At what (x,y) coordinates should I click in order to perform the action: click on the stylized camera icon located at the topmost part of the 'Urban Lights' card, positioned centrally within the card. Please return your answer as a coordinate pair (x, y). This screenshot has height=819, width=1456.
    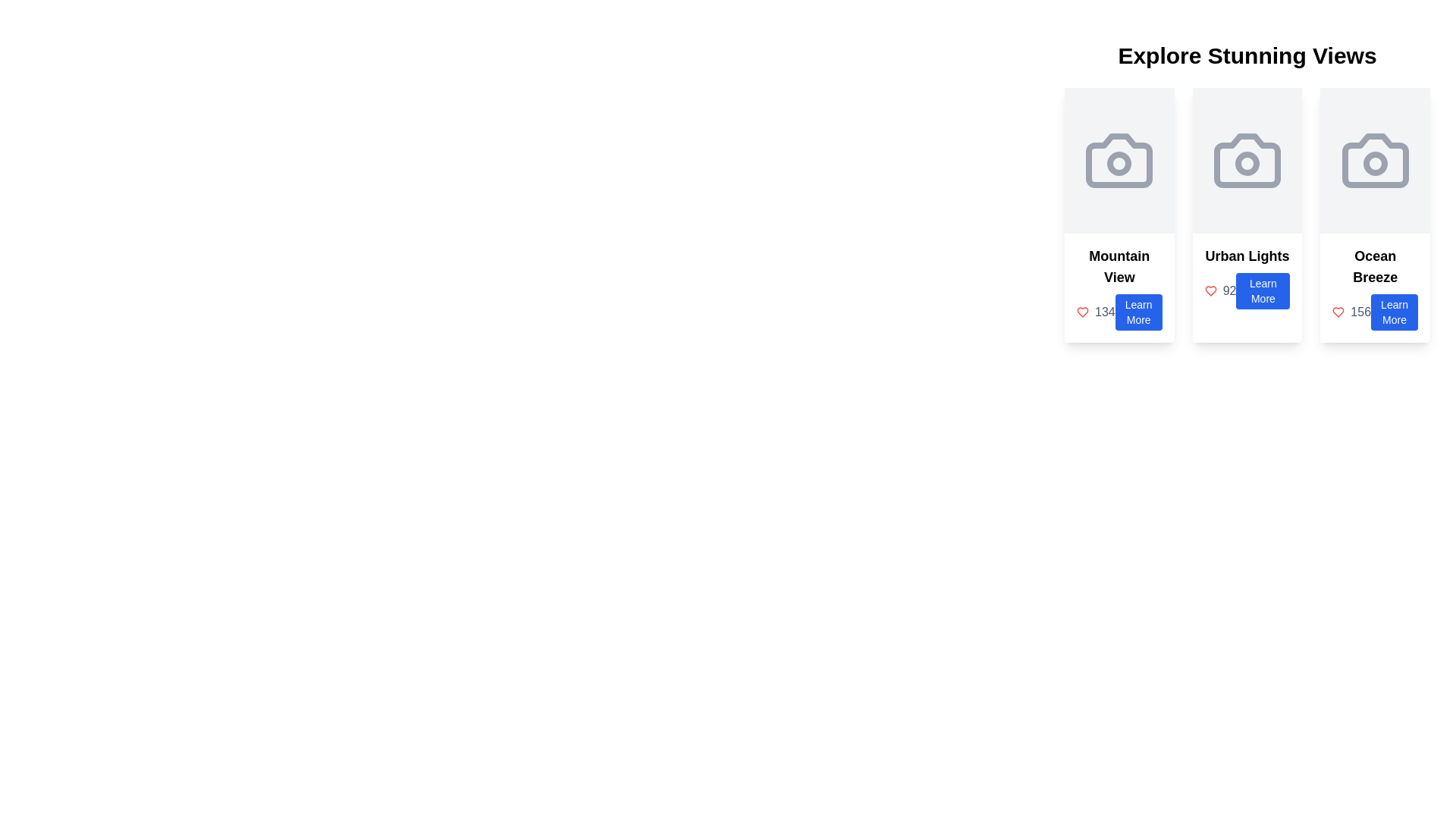
    Looking at the image, I should click on (1247, 161).